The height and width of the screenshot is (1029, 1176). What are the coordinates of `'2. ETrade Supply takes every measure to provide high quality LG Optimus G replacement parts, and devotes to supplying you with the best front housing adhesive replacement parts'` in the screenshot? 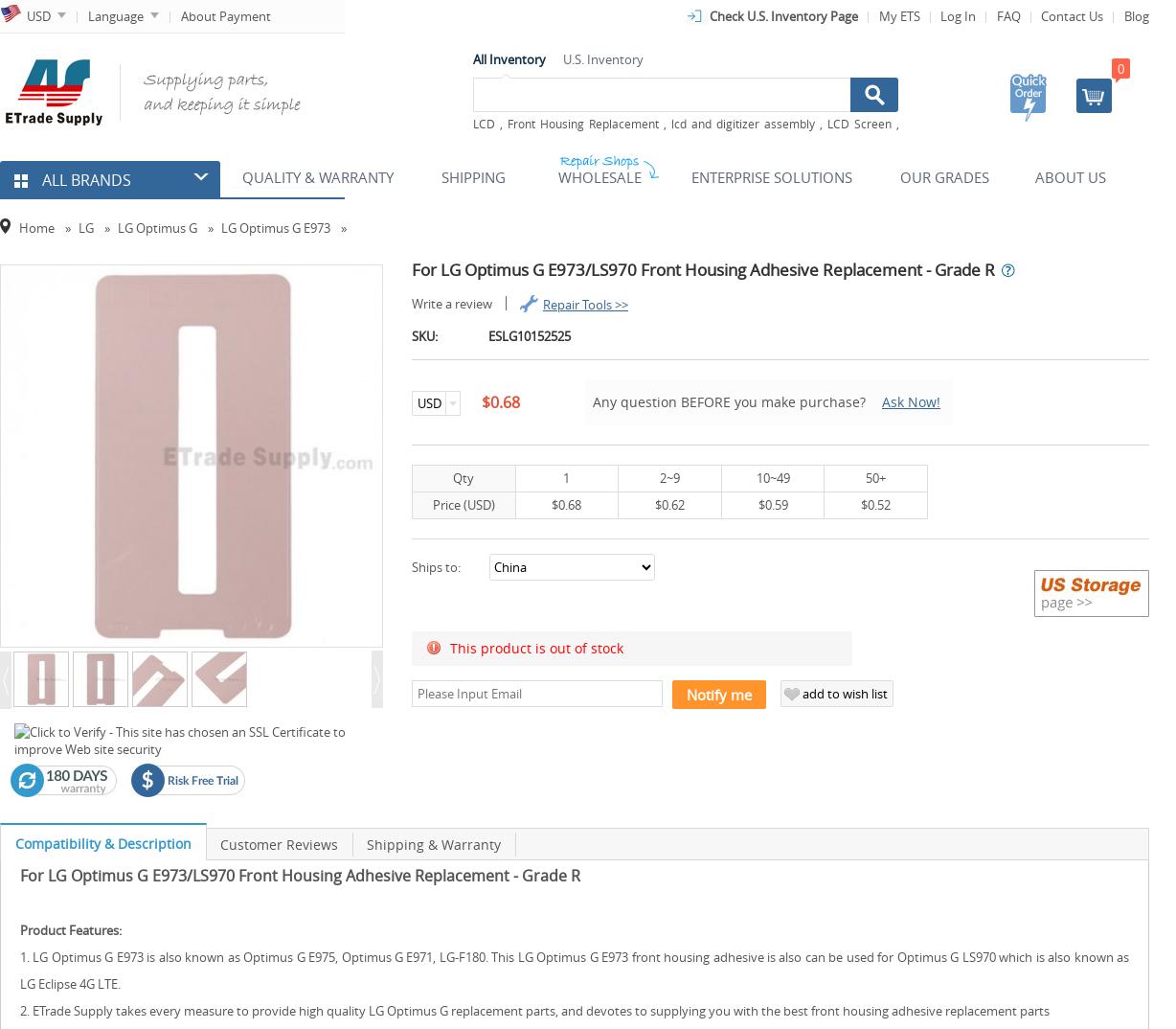 It's located at (533, 1010).